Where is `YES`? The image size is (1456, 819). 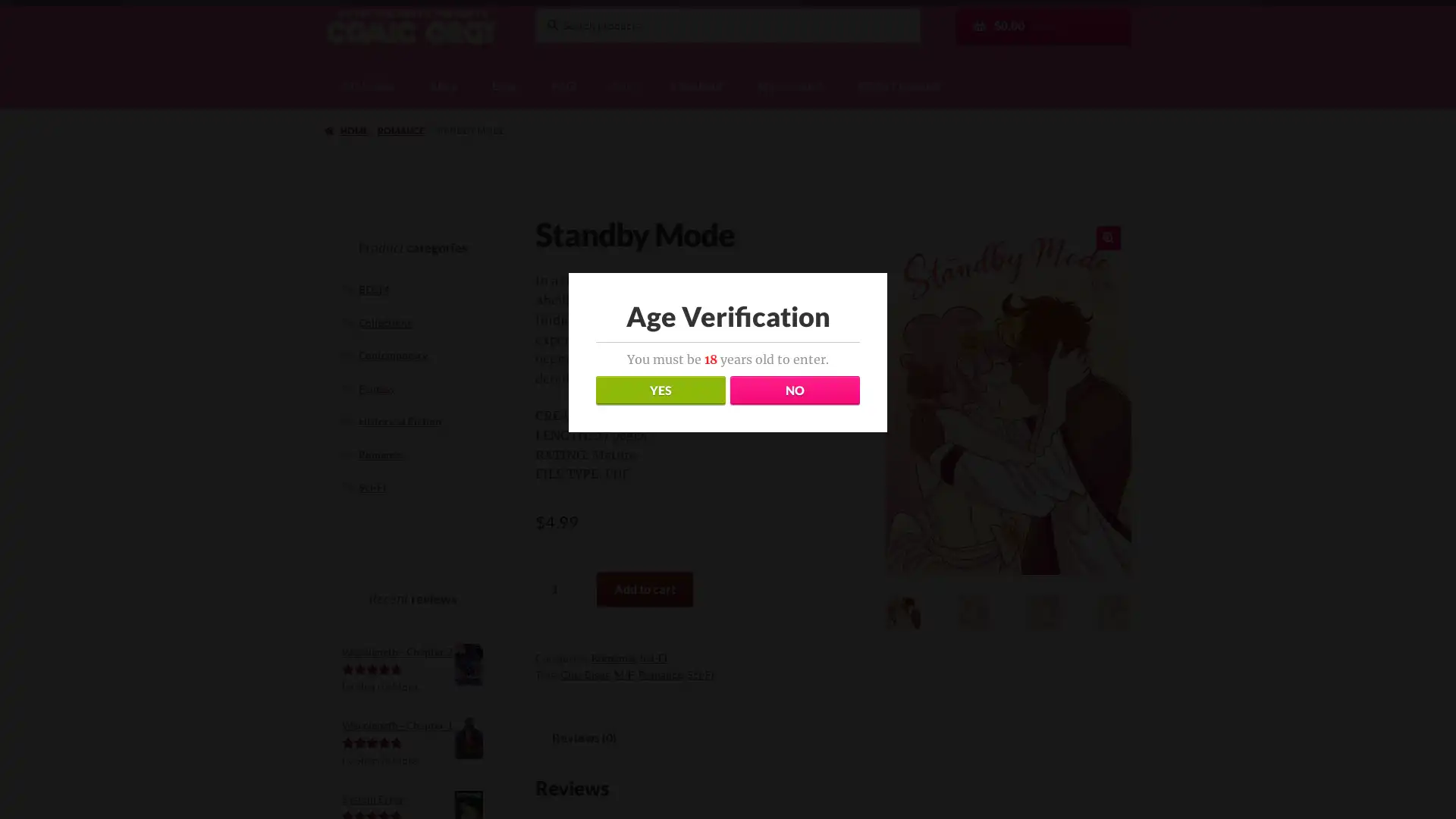 YES is located at coordinates (660, 390).